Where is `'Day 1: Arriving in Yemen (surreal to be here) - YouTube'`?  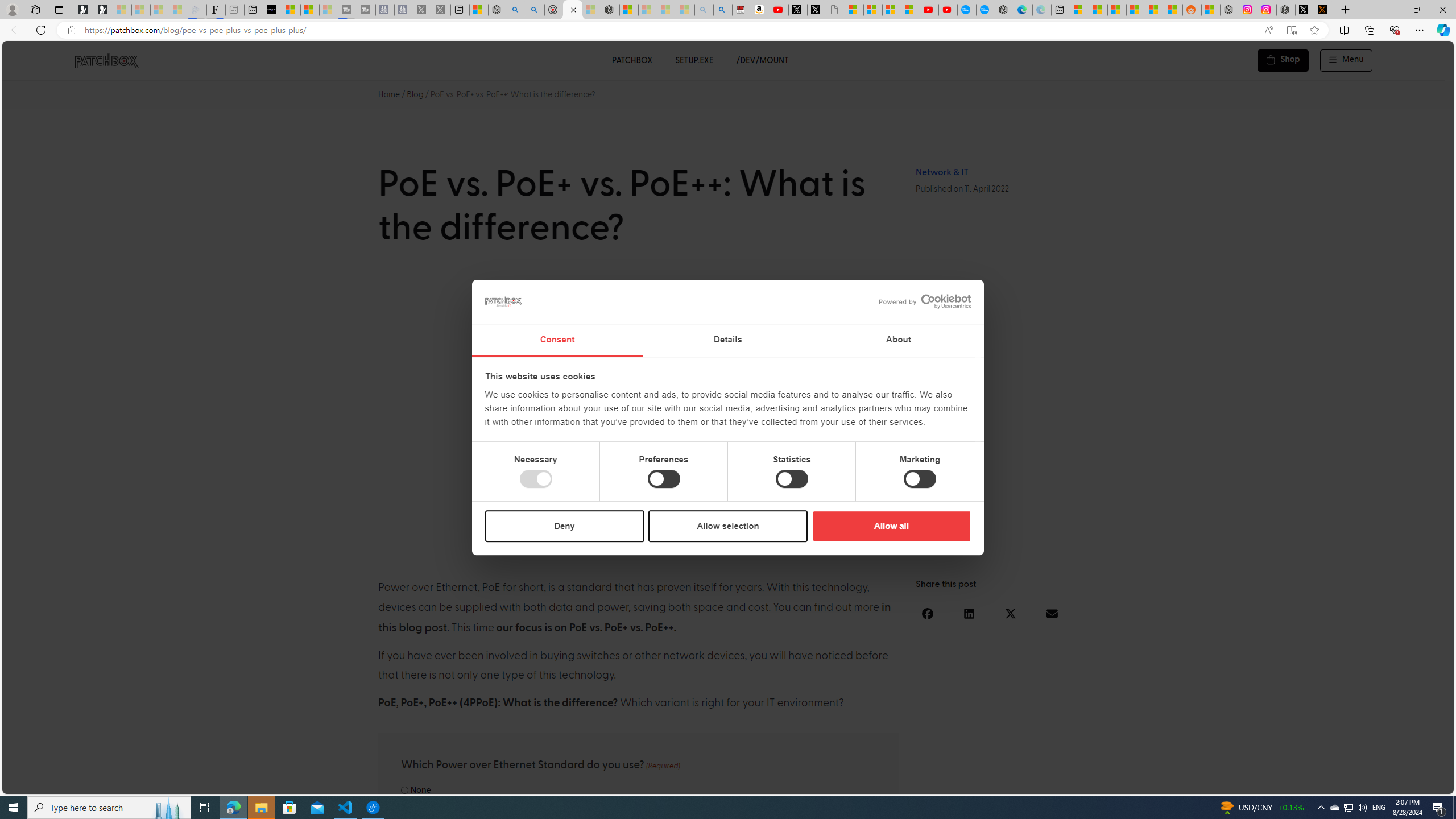 'Day 1: Arriving in Yemen (surreal to be here) - YouTube' is located at coordinates (779, 9).